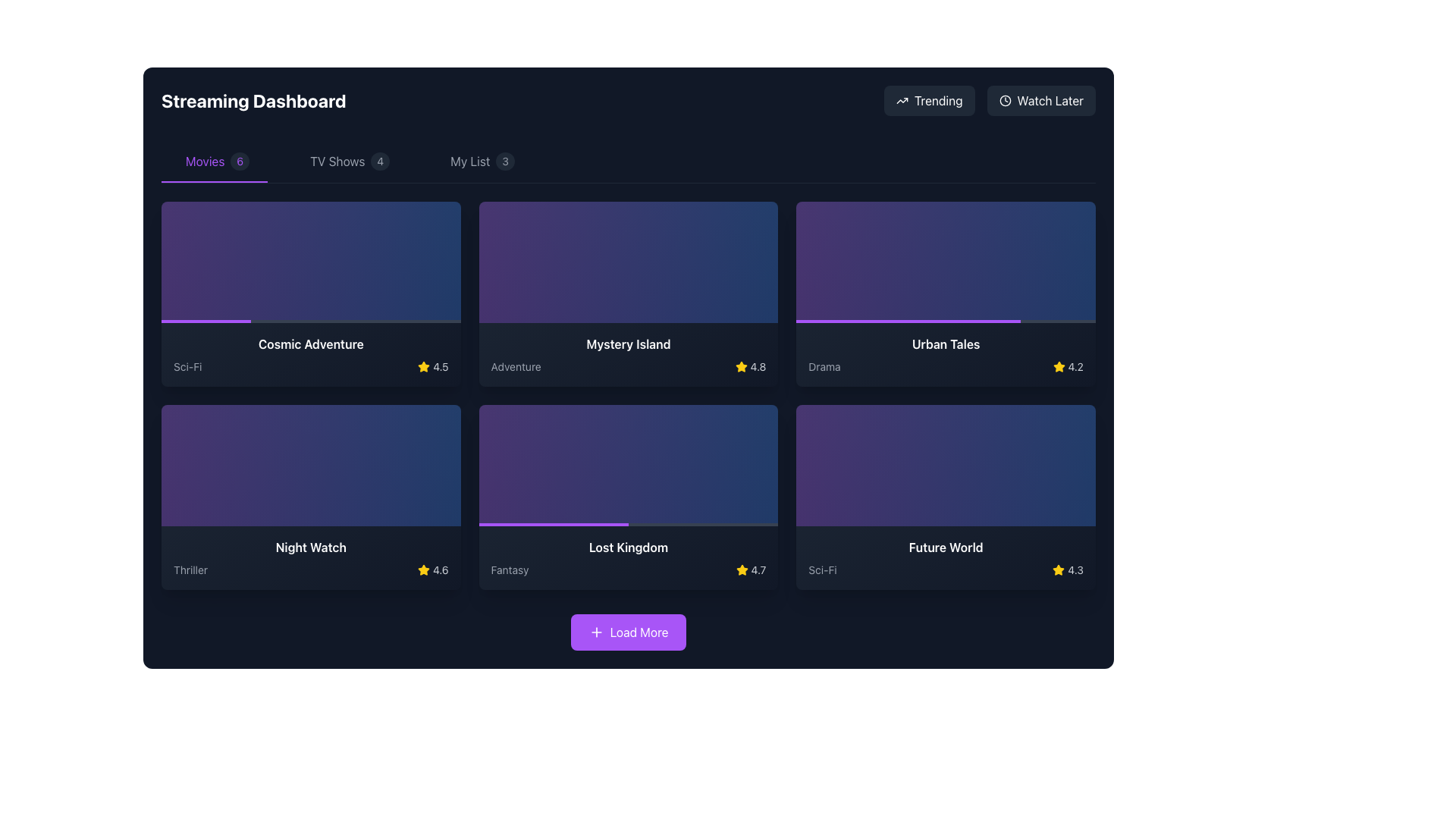  Describe the element at coordinates (505, 161) in the screenshot. I see `the displayed number '3' in the small circular badge with a dark gray background, located adjacent to the 'My List' text` at that location.